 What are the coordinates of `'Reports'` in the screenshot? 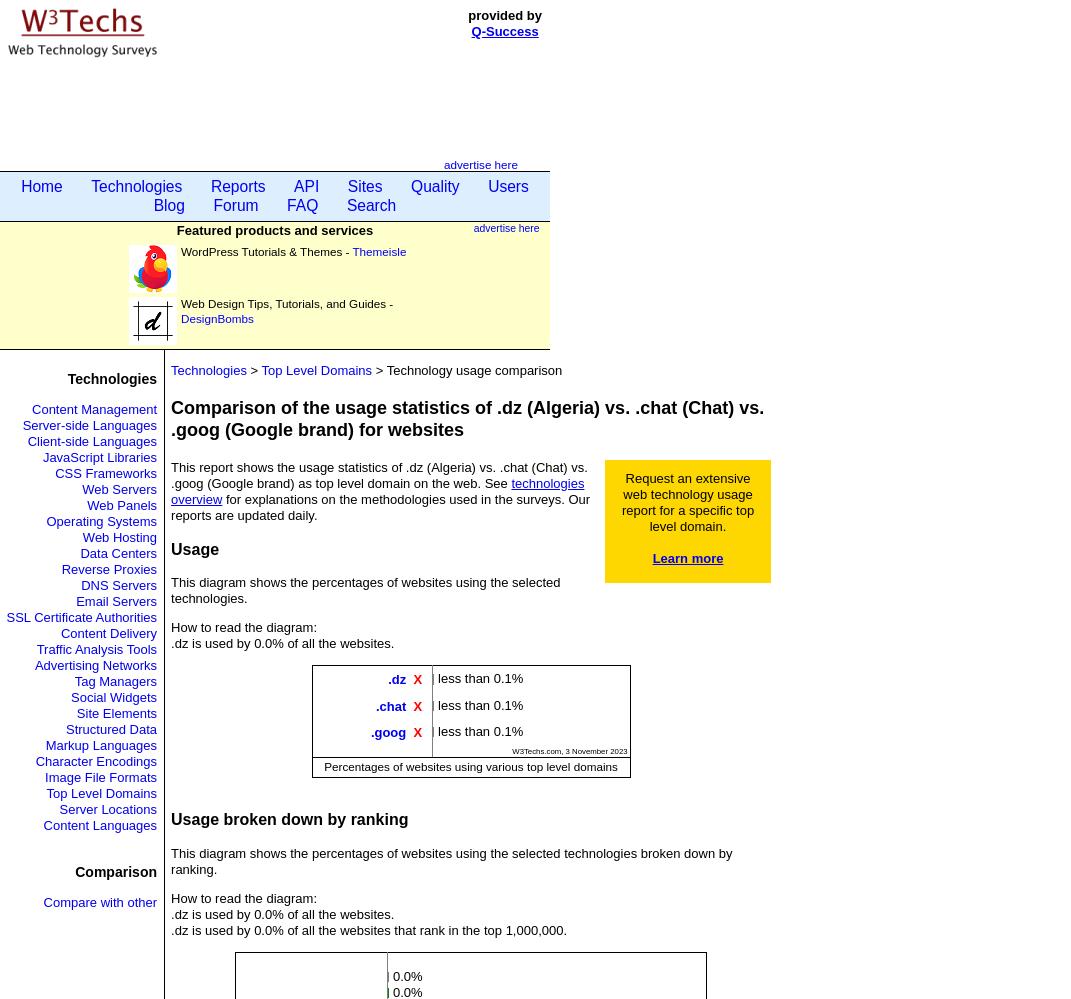 It's located at (237, 185).